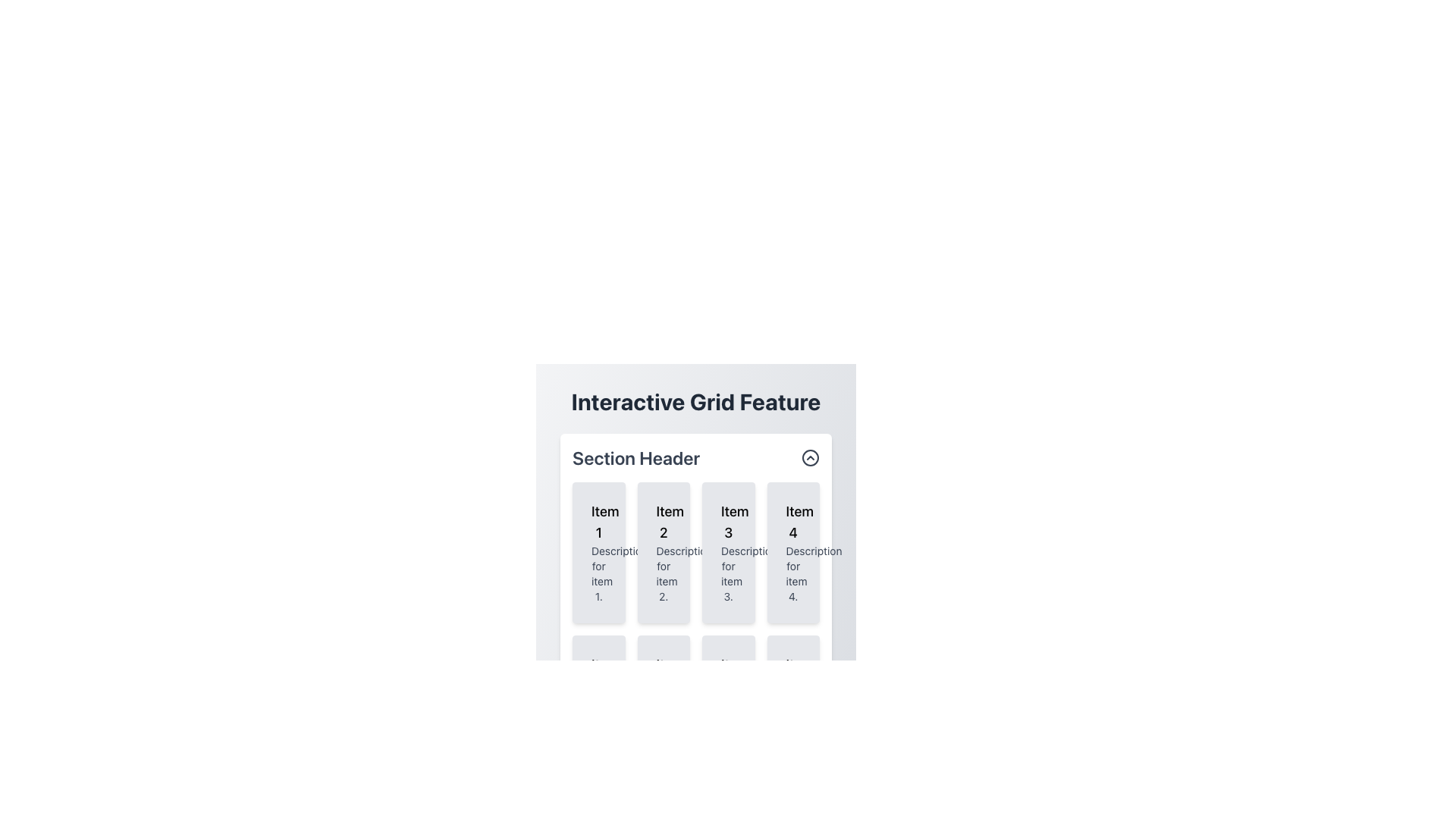 This screenshot has width=1456, height=819. Describe the element at coordinates (598, 573) in the screenshot. I see `the text snippet reading 'Description for item 1.' which is styled in a small gray font and is located below the title 'Item 1' within the first card of the grid layout under the 'Section Header'` at that location.